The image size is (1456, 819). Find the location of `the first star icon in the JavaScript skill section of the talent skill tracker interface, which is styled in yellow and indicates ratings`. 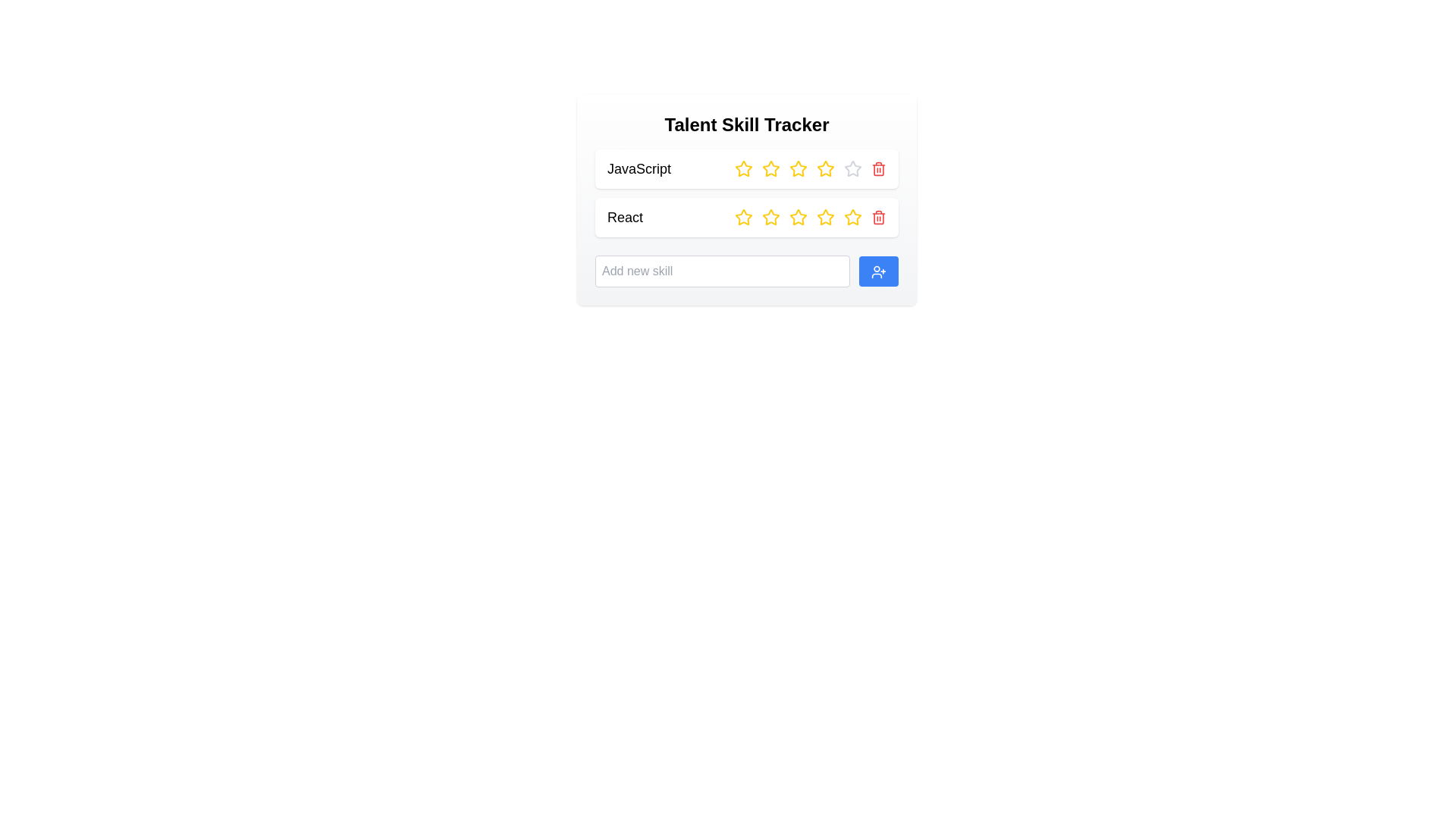

the first star icon in the JavaScript skill section of the talent skill tracker interface, which is styled in yellow and indicates ratings is located at coordinates (743, 168).